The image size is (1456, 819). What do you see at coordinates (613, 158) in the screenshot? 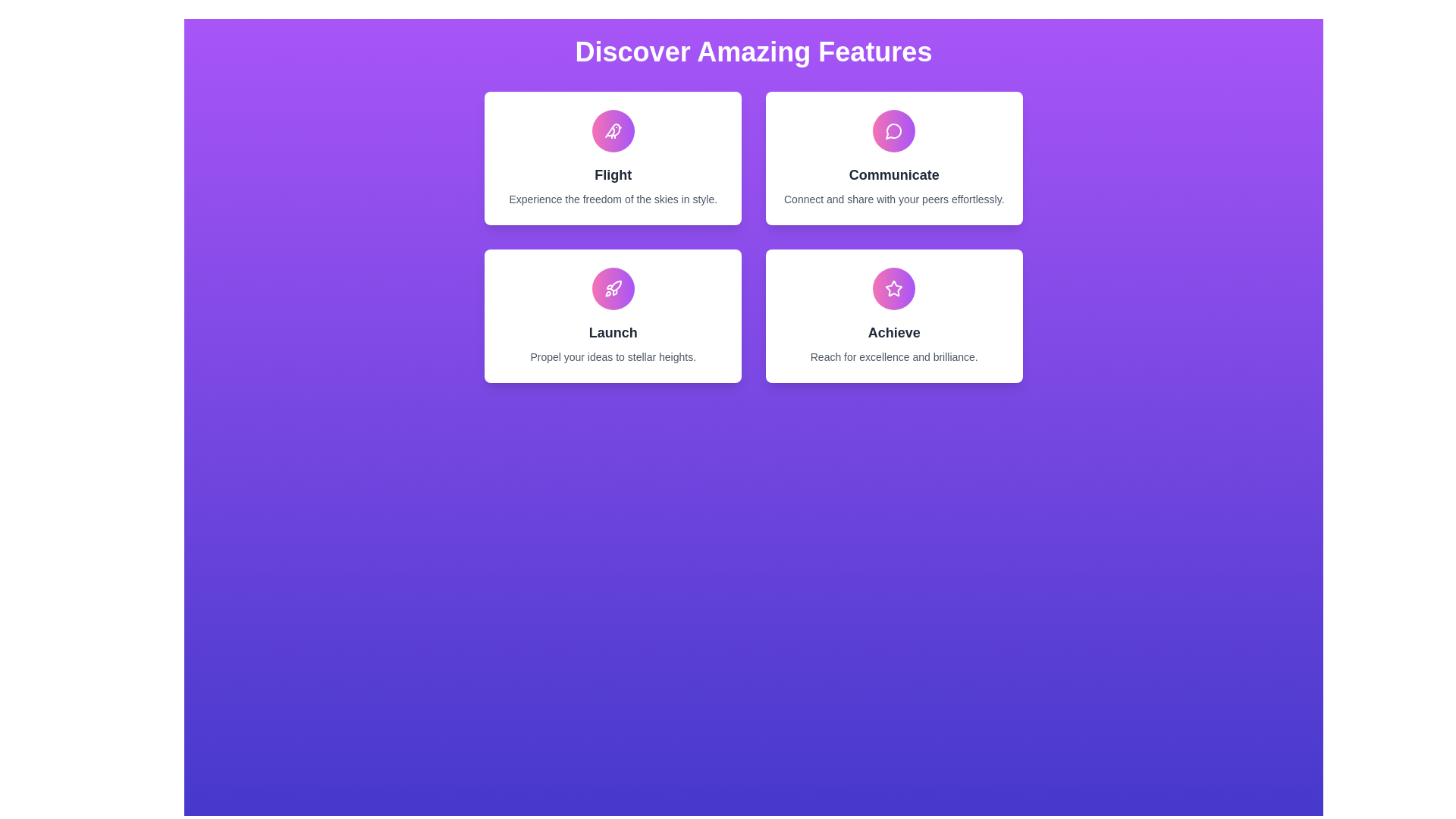
I see `the first card in the grid layout that displays information about 'Flight'` at bounding box center [613, 158].